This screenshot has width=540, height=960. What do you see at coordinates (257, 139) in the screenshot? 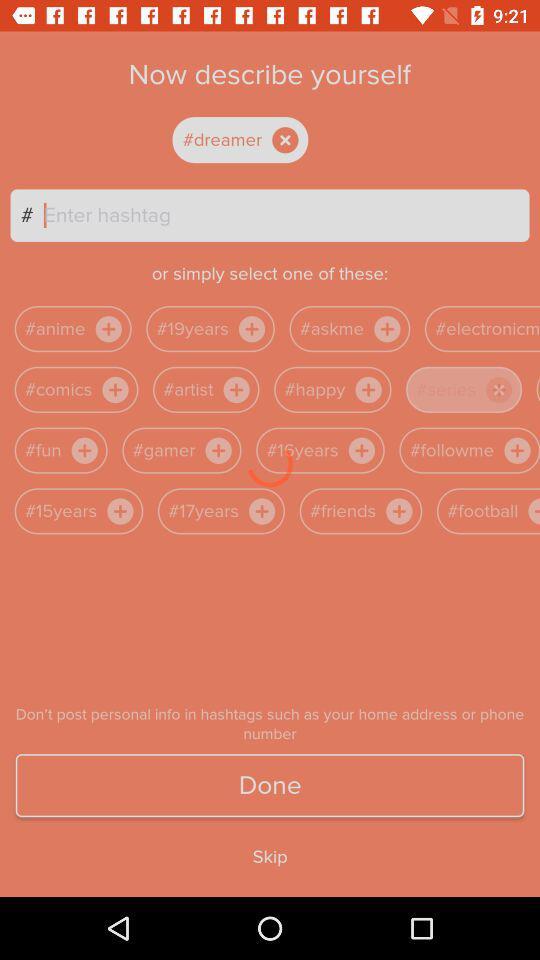
I see `word` at bounding box center [257, 139].